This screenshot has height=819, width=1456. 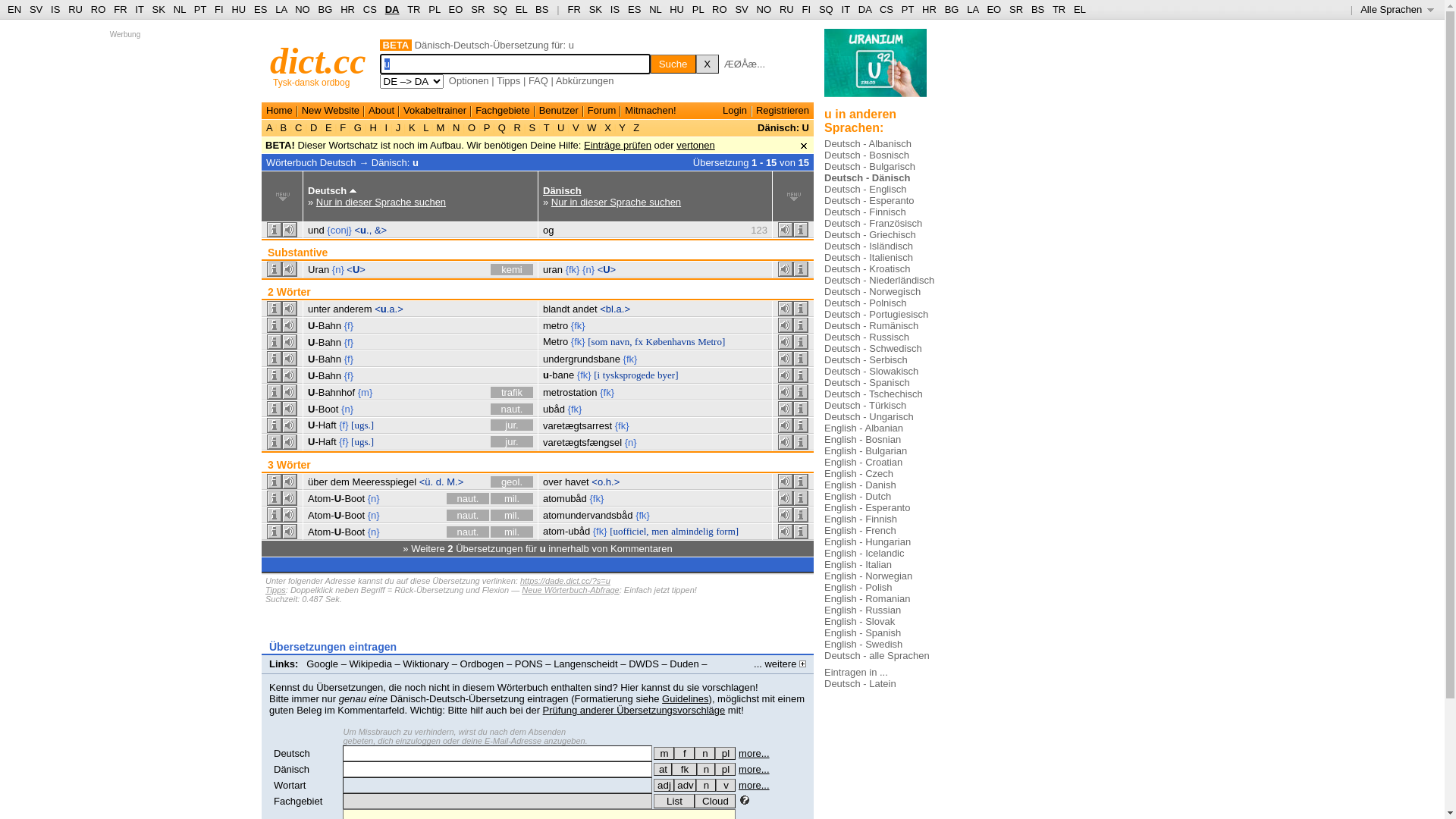 What do you see at coordinates (312, 127) in the screenshot?
I see `'D'` at bounding box center [312, 127].